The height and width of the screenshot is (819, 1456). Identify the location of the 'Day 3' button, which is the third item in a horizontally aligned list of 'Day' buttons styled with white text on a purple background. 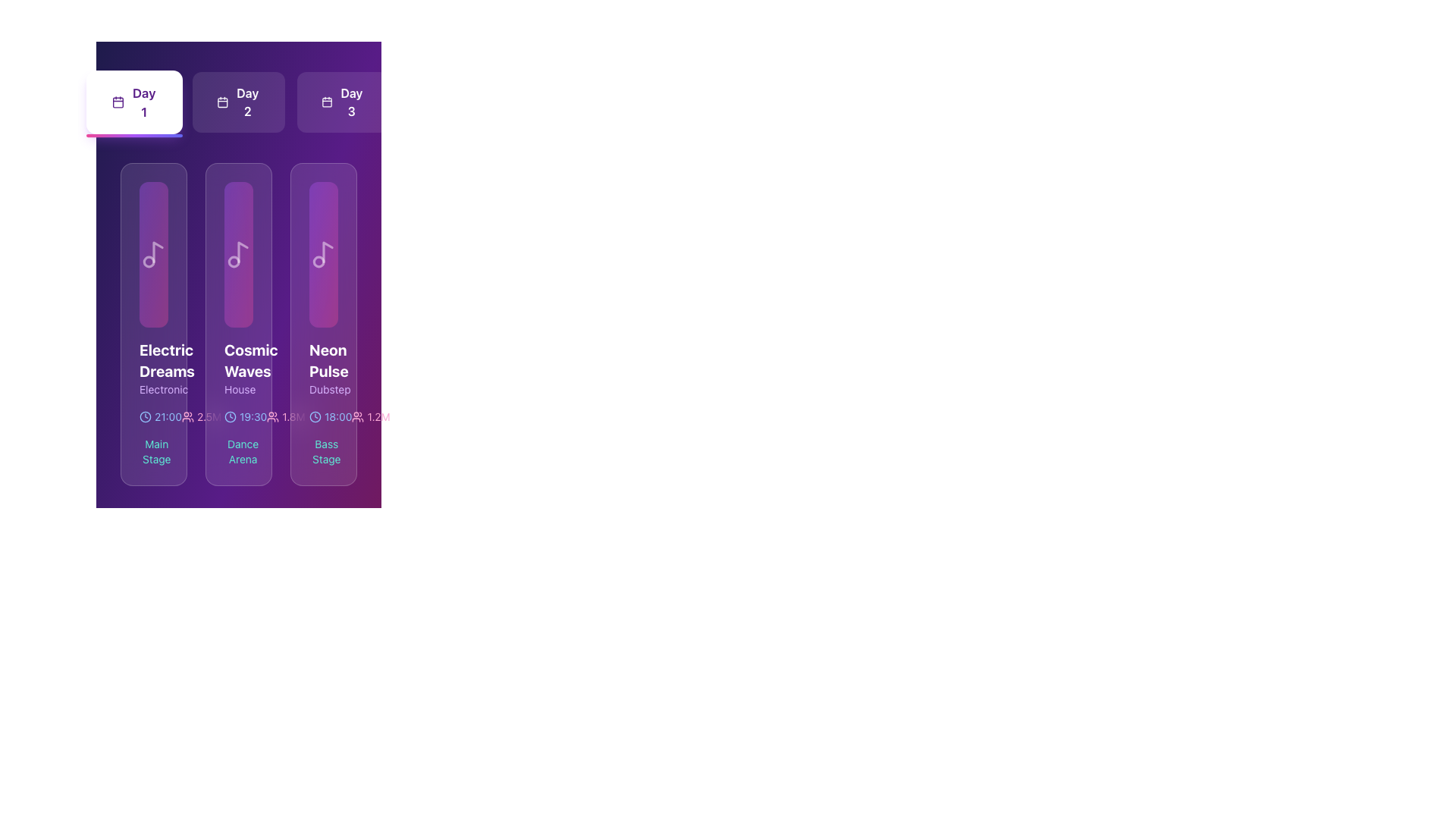
(350, 102).